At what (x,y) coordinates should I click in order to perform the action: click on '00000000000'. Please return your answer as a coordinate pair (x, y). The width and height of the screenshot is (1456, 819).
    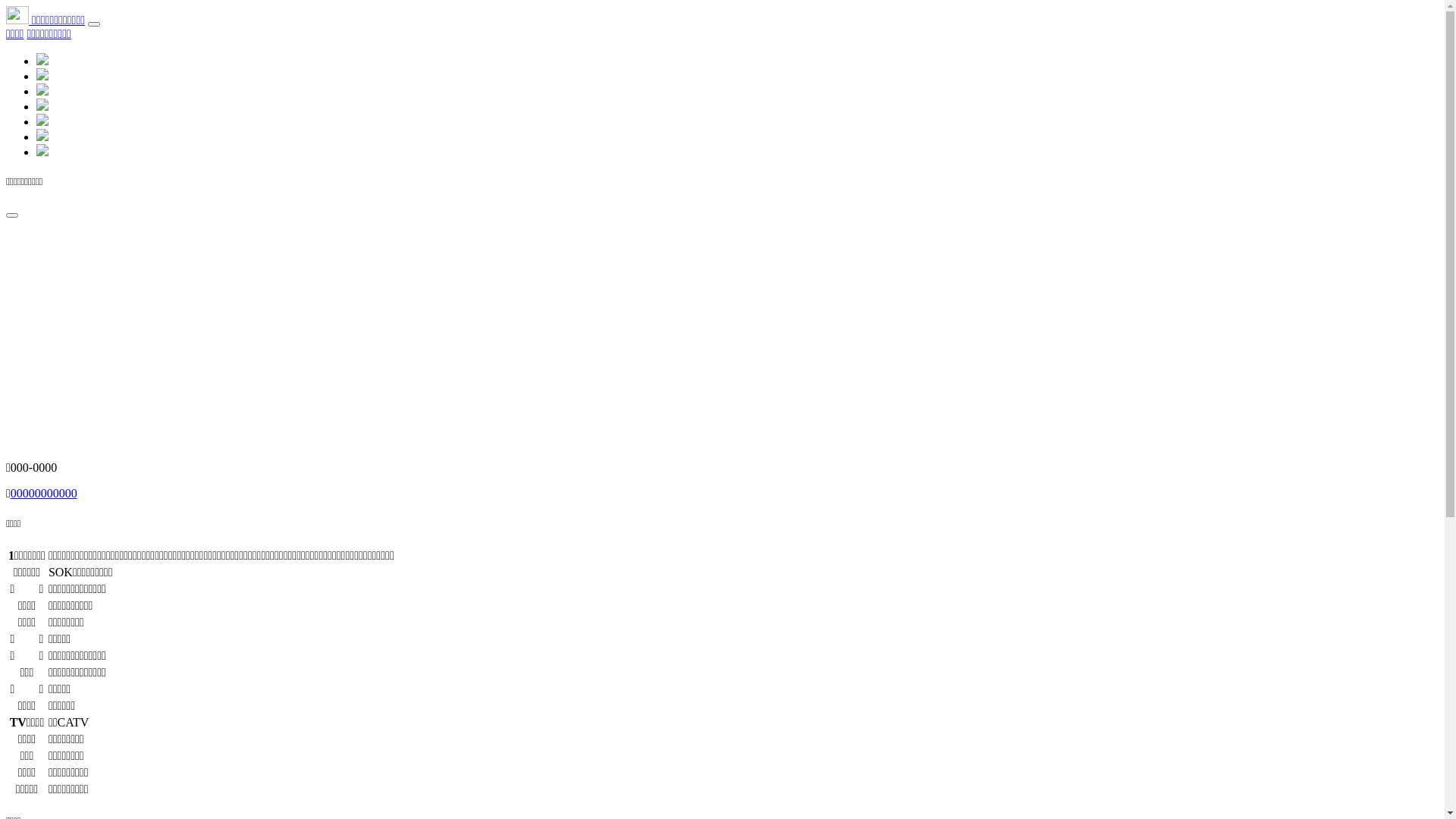
    Looking at the image, I should click on (43, 493).